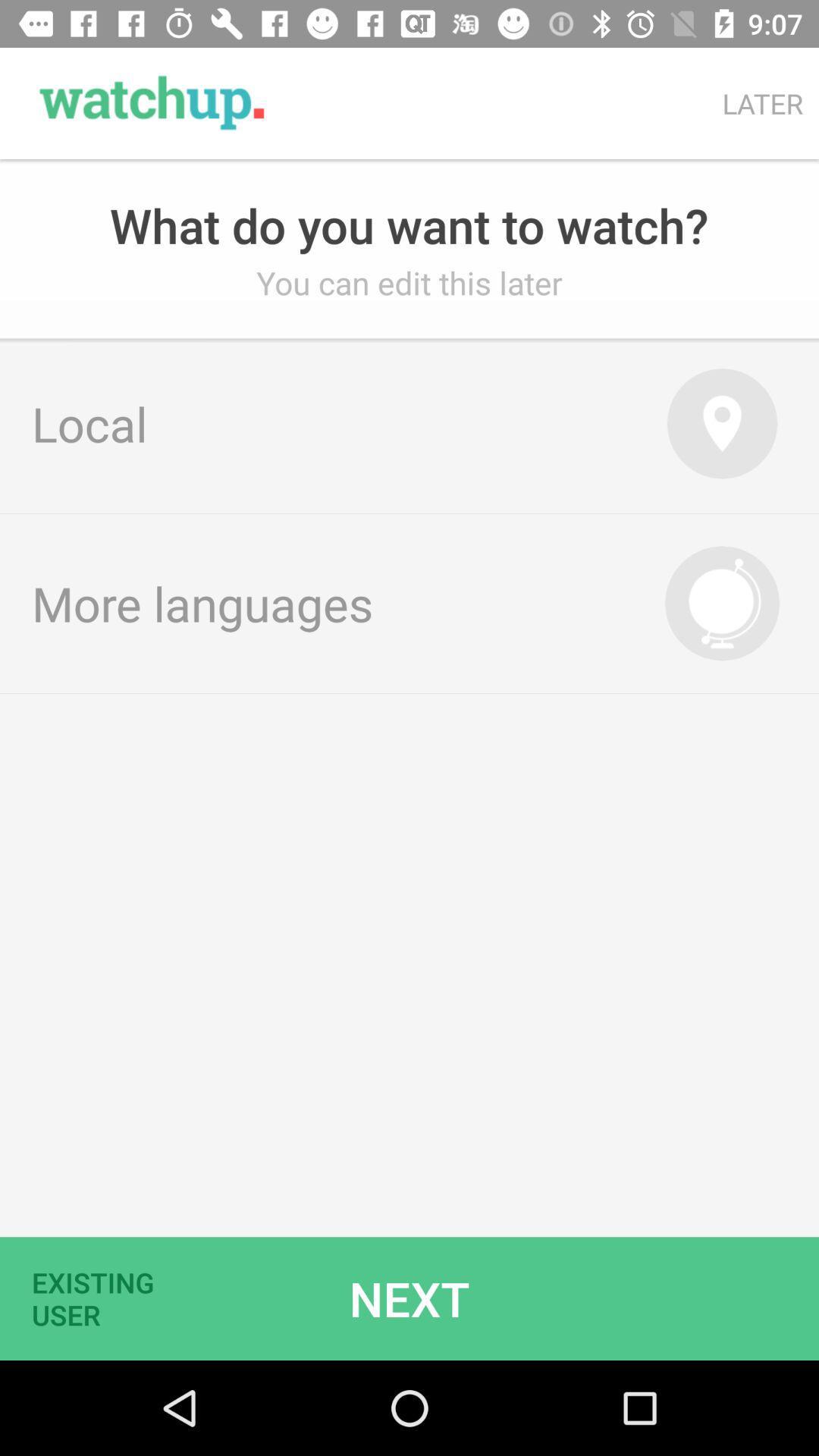  I want to click on the icon next to next, so click(102, 1298).